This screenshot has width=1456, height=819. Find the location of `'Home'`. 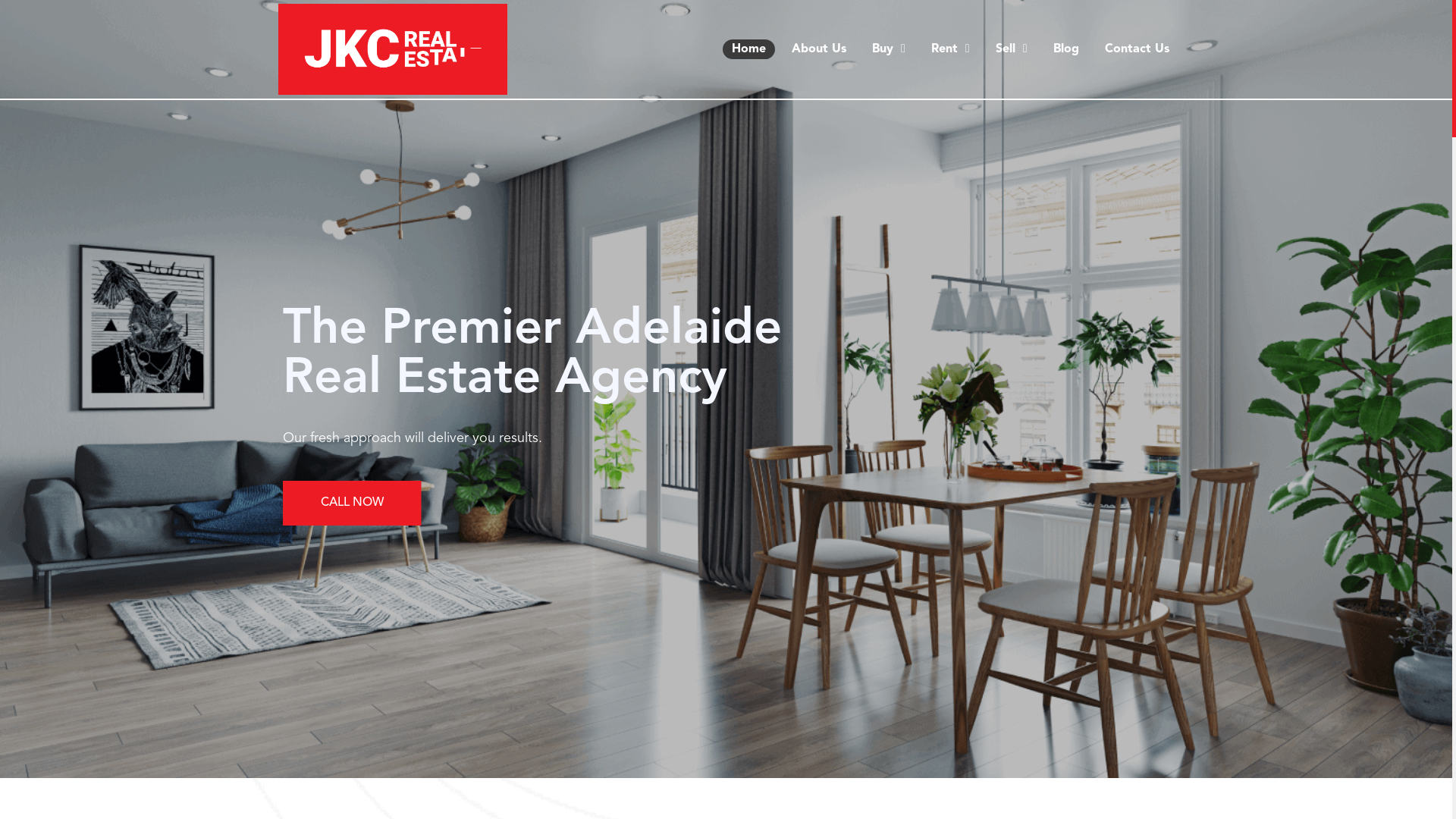

'Home' is located at coordinates (748, 49).